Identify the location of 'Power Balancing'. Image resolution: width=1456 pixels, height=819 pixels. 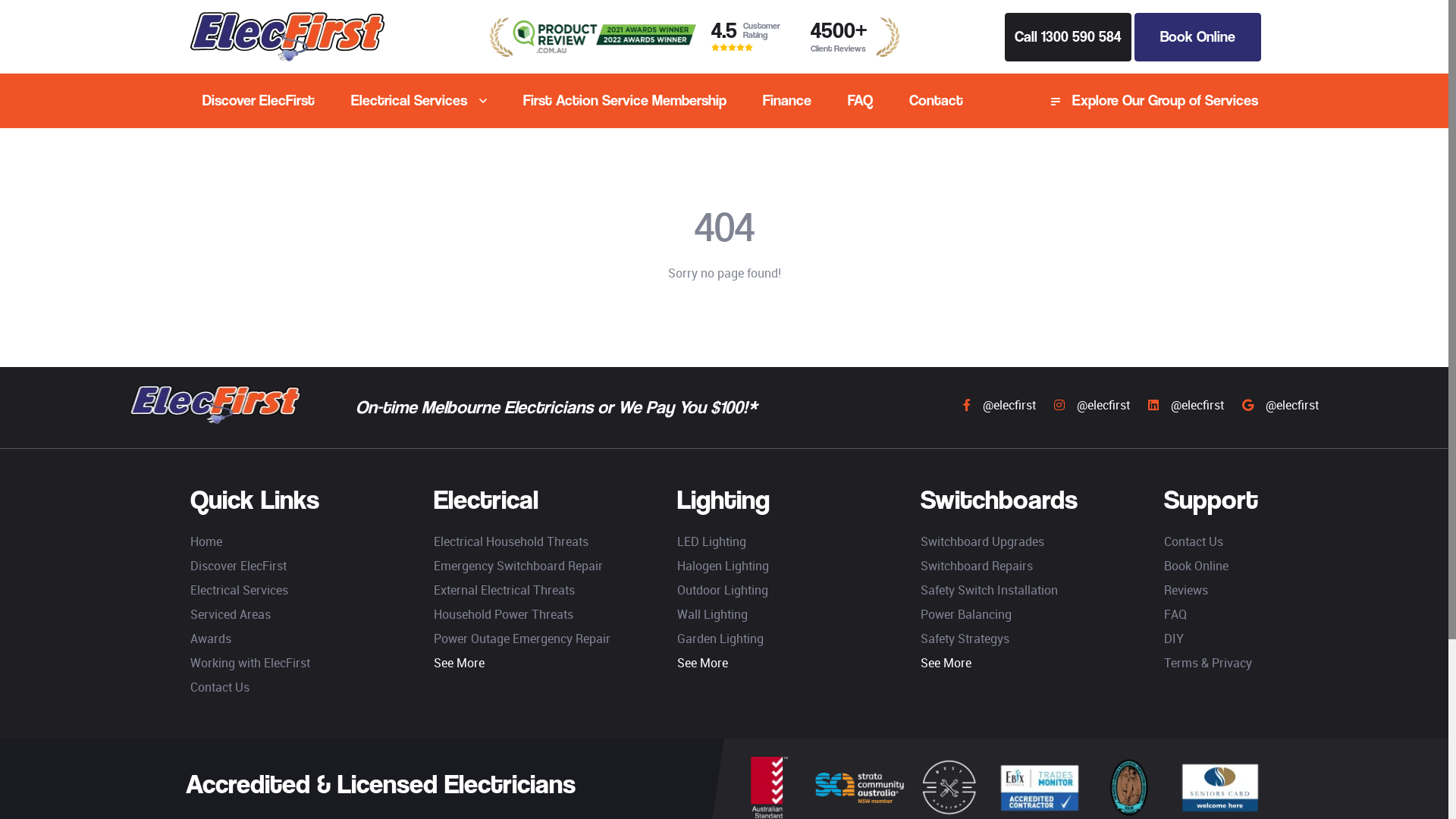
(965, 614).